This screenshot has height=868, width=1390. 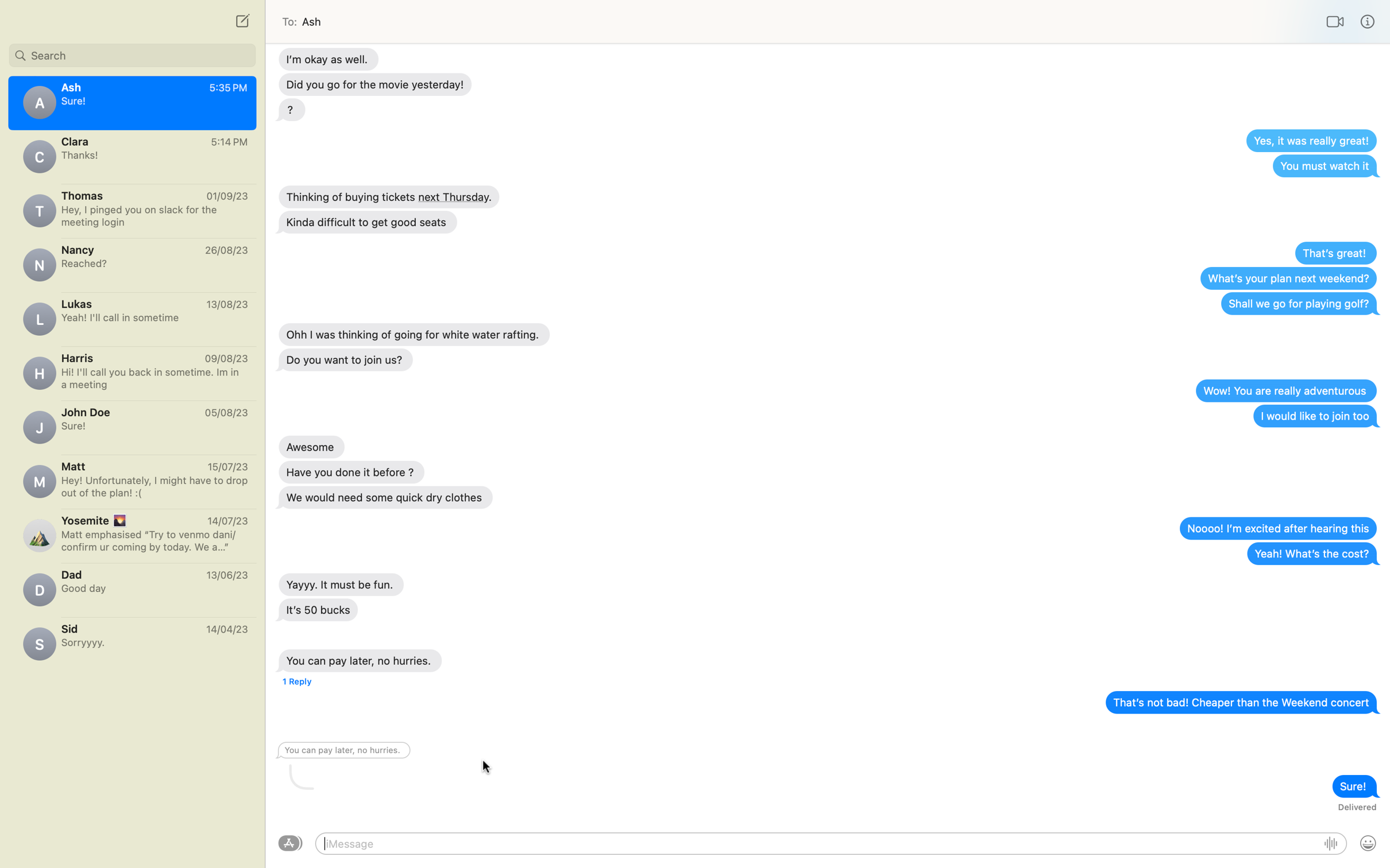 I want to click on the contact "Emily" in the directory, so click(x=132, y=53).